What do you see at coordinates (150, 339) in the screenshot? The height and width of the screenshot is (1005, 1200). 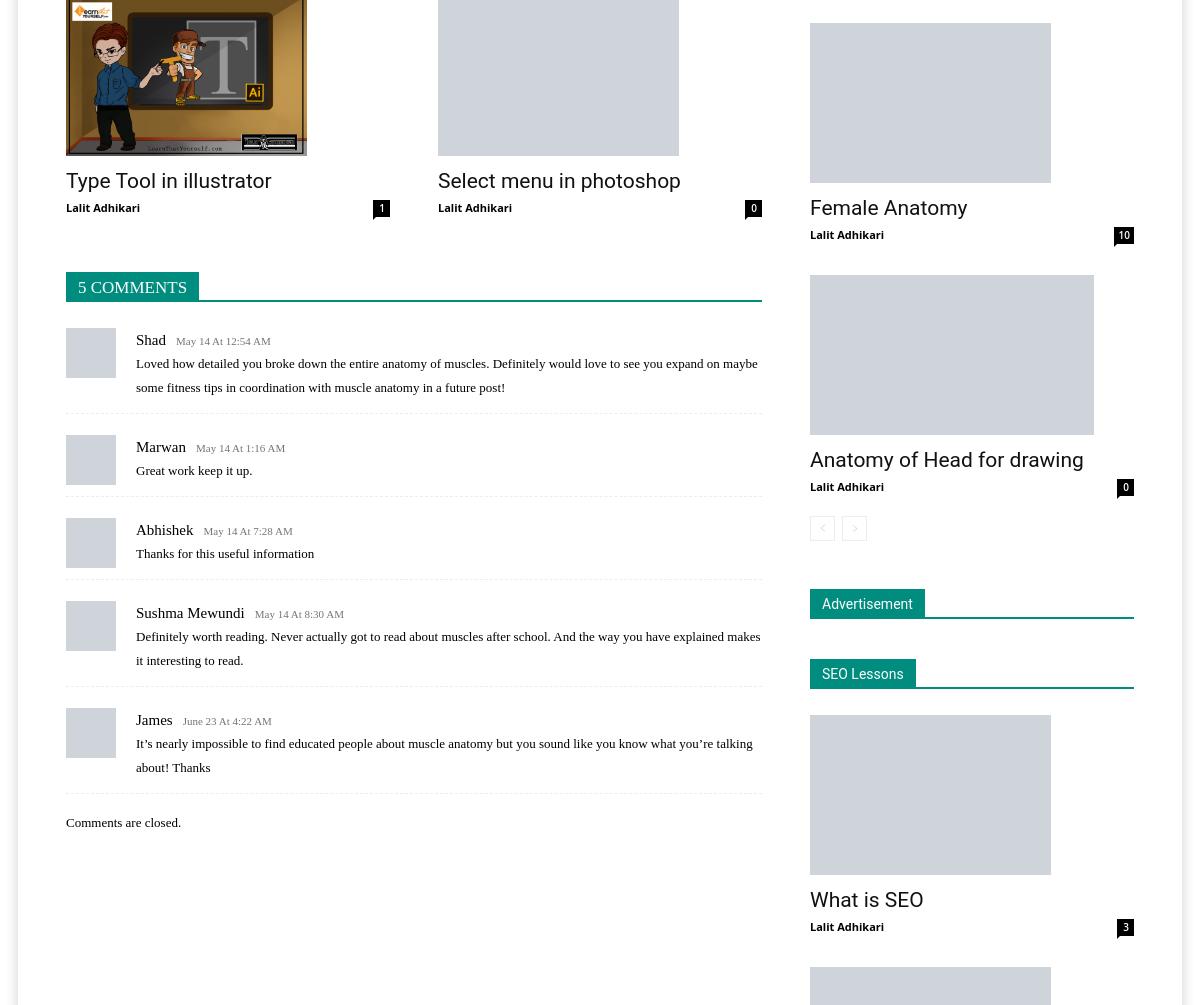 I see `'Shad'` at bounding box center [150, 339].